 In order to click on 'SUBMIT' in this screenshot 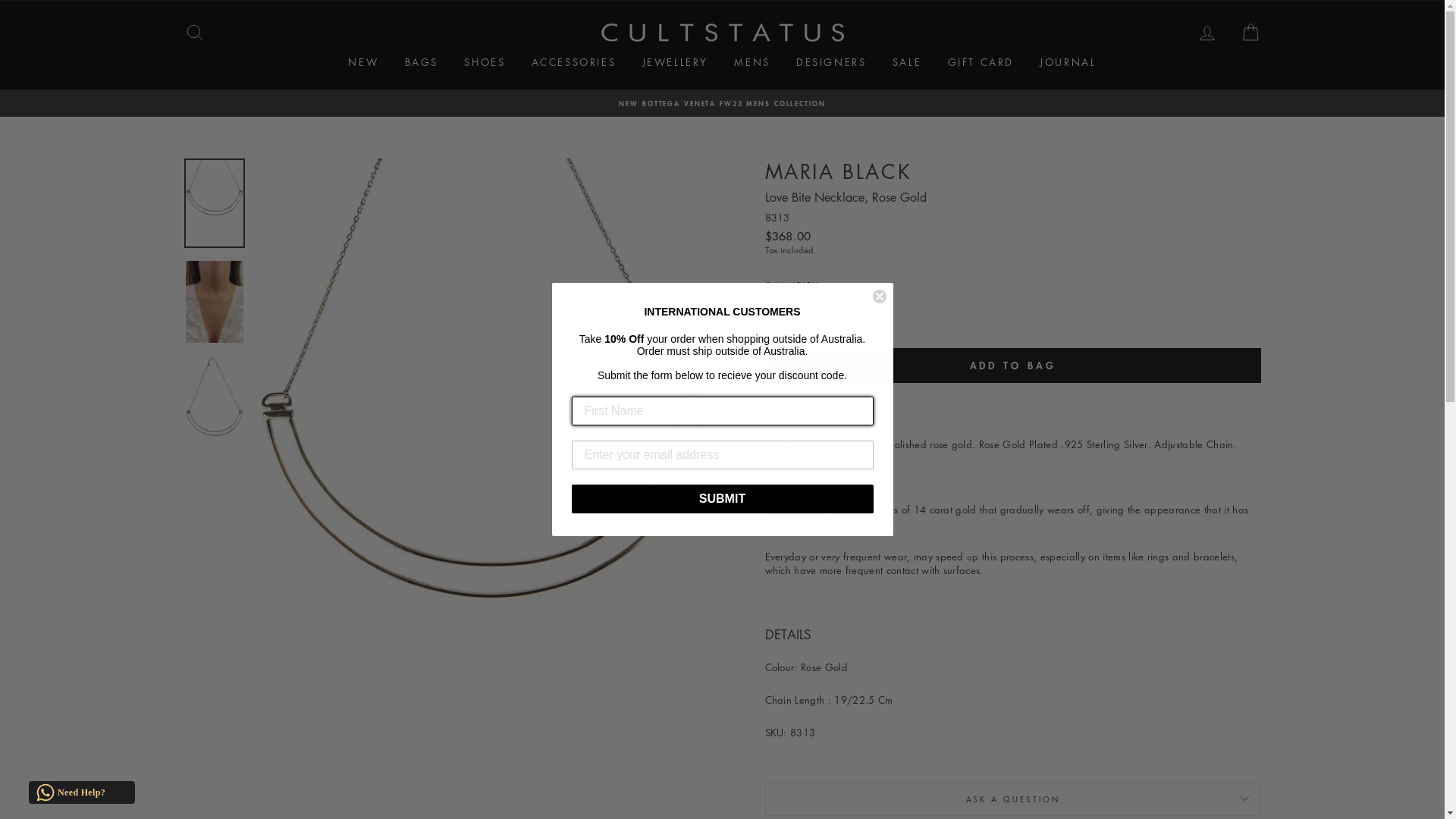, I will do `click(722, 499)`.